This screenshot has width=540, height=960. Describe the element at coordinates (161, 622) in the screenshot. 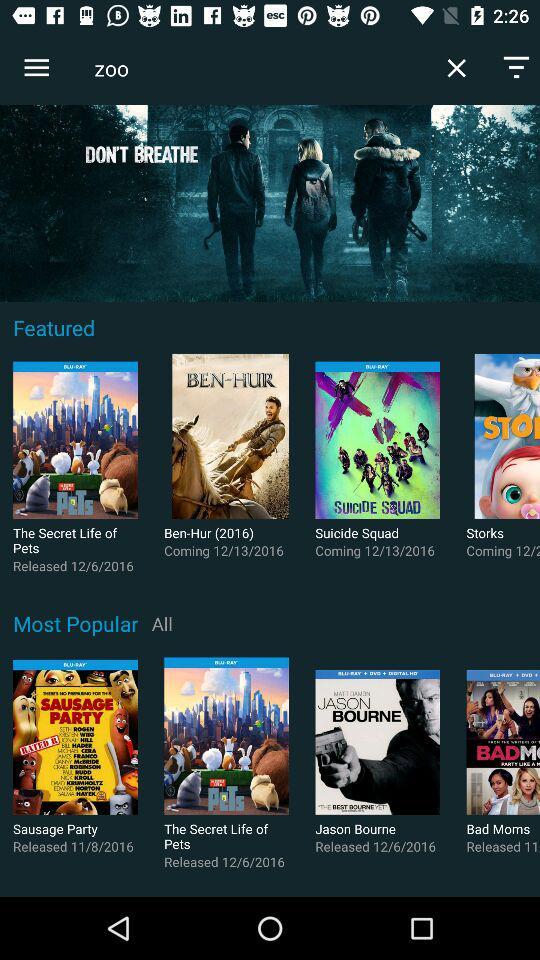

I see `icon below coming 12 13` at that location.